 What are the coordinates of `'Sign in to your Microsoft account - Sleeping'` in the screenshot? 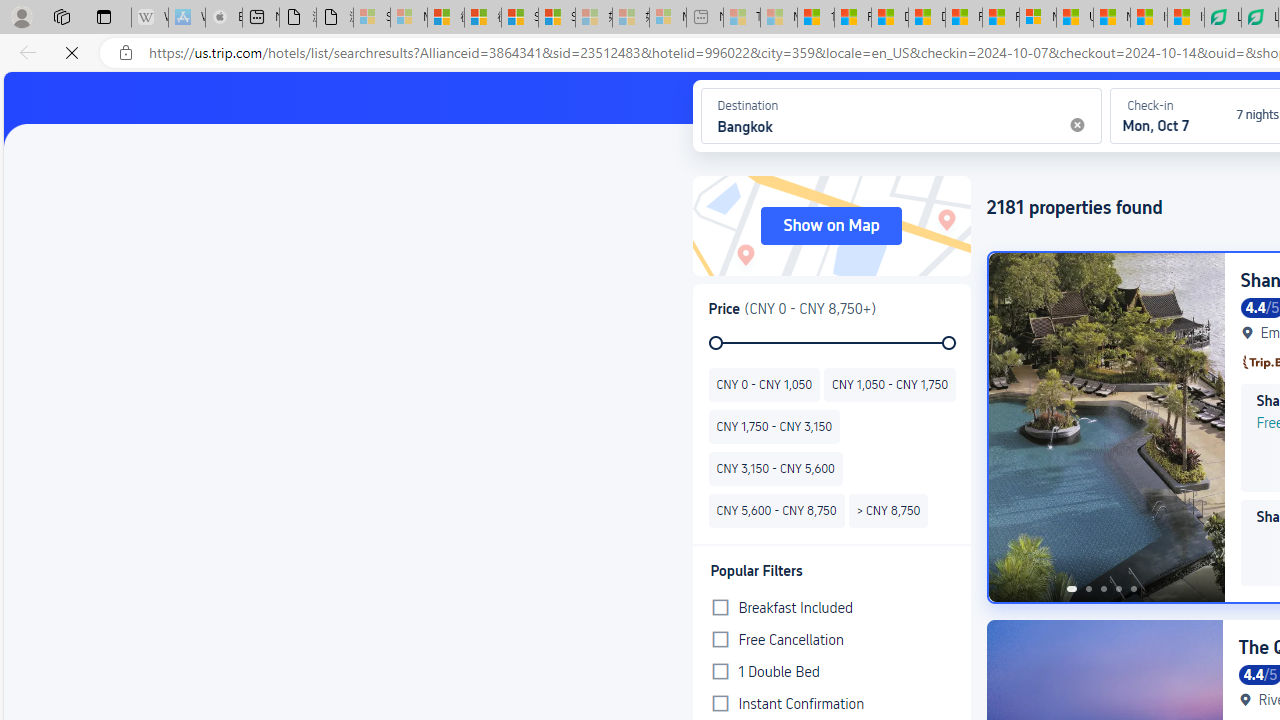 It's located at (372, 17).